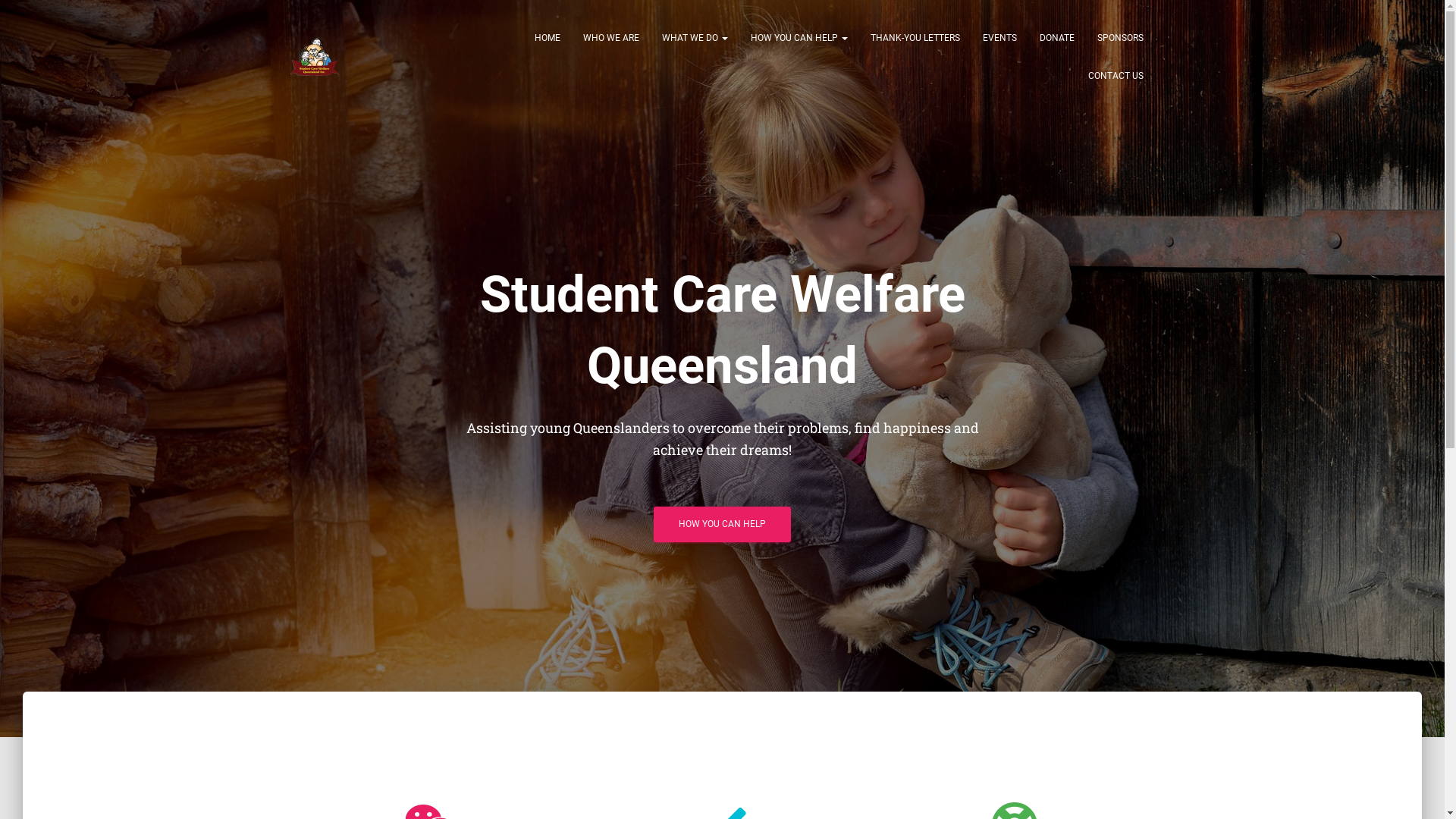 The width and height of the screenshot is (1456, 819). What do you see at coordinates (1120, 37) in the screenshot?
I see `'SPONSORS'` at bounding box center [1120, 37].